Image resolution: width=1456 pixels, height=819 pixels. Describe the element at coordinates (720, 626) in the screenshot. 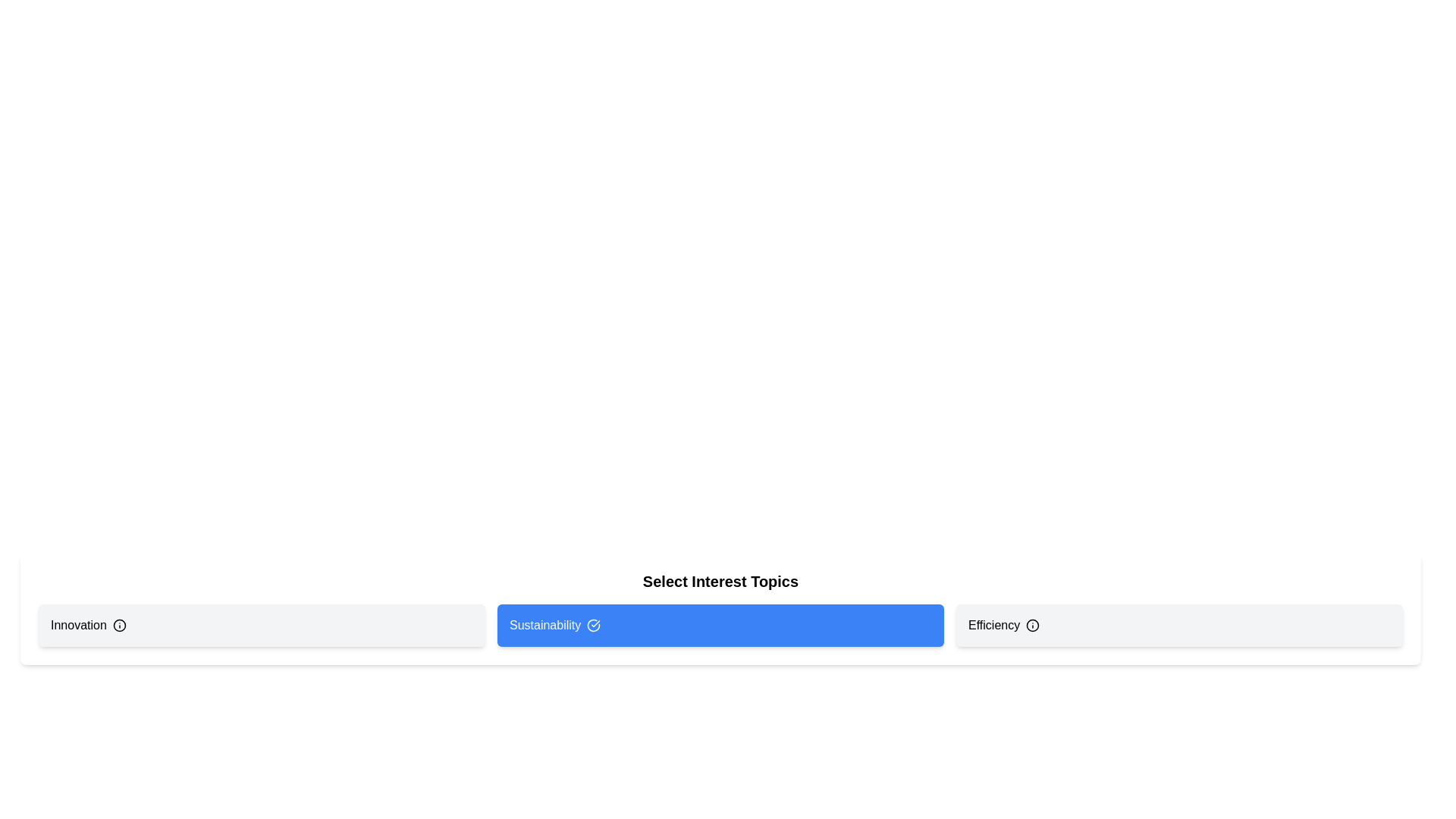

I see `the tag Sustainability to observe its hover state or tooltip` at that location.